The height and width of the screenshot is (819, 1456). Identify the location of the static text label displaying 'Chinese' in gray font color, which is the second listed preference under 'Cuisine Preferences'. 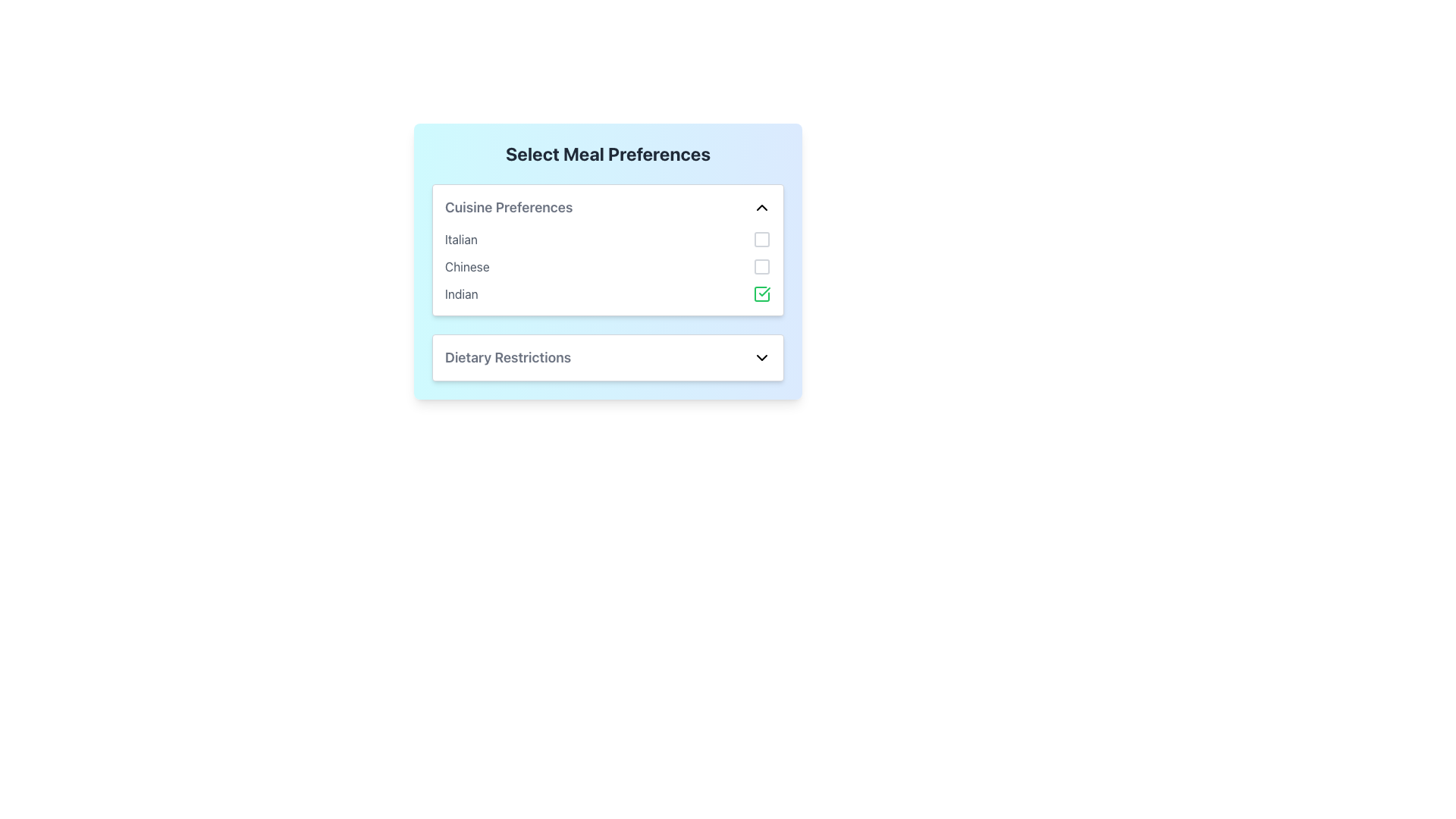
(466, 265).